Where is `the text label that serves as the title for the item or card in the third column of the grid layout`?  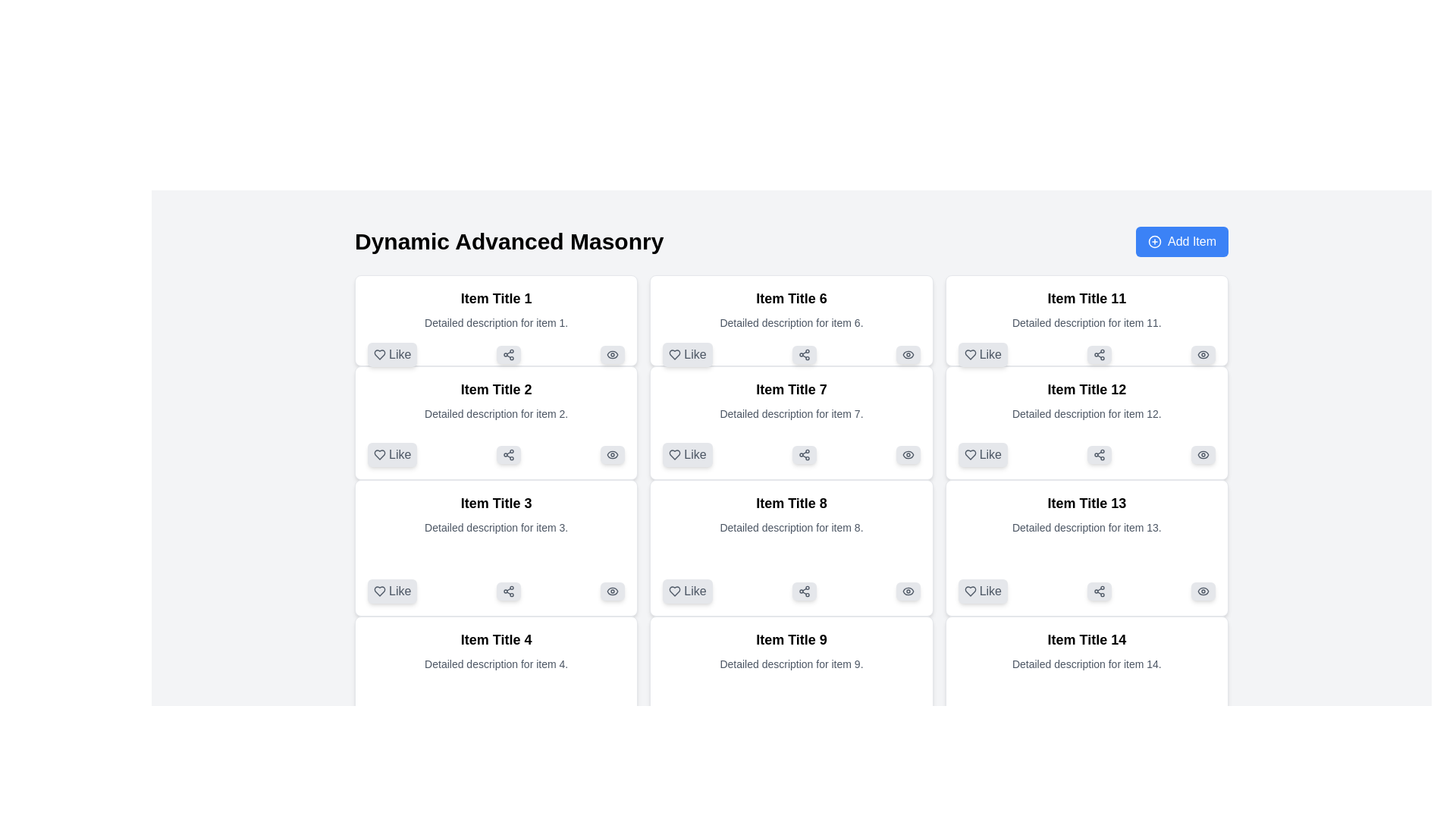
the text label that serves as the title for the item or card in the third column of the grid layout is located at coordinates (1086, 388).